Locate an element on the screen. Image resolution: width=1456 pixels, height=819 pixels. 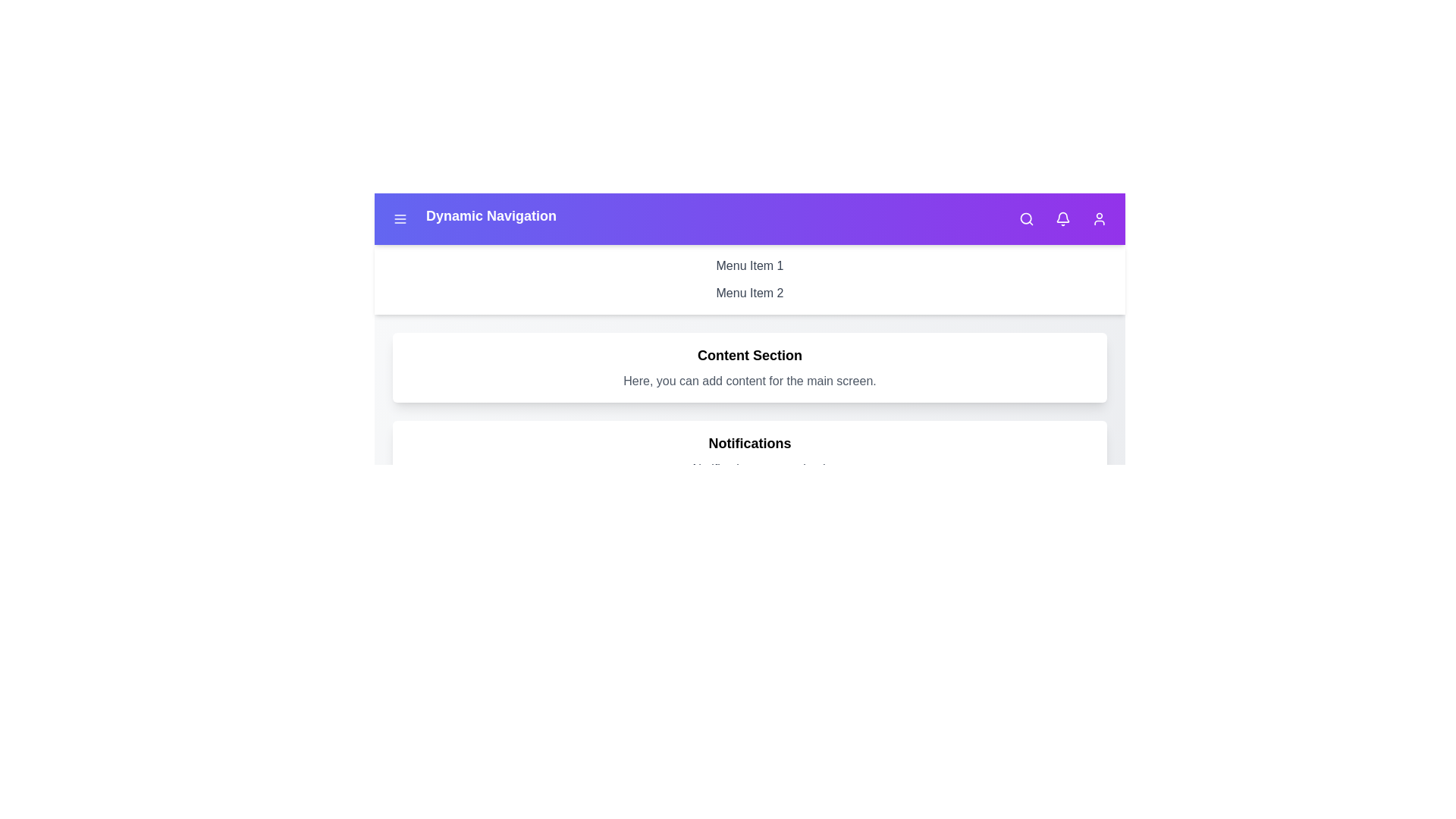
the user icon to access the user profile is located at coordinates (1099, 219).